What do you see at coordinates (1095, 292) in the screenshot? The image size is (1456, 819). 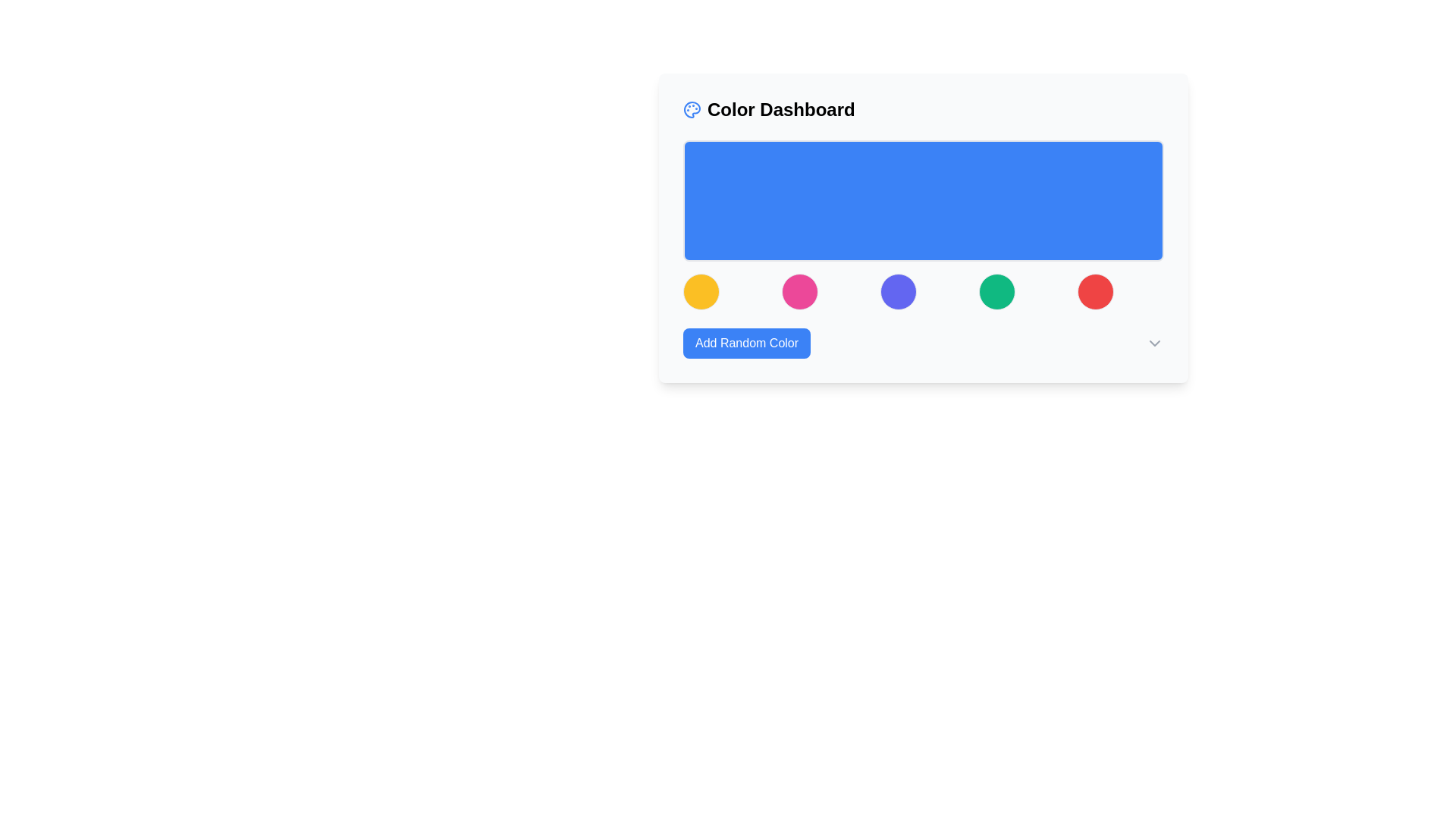 I see `the fifth circular, red-colored button located at the bottom-right of the grid layout` at bounding box center [1095, 292].